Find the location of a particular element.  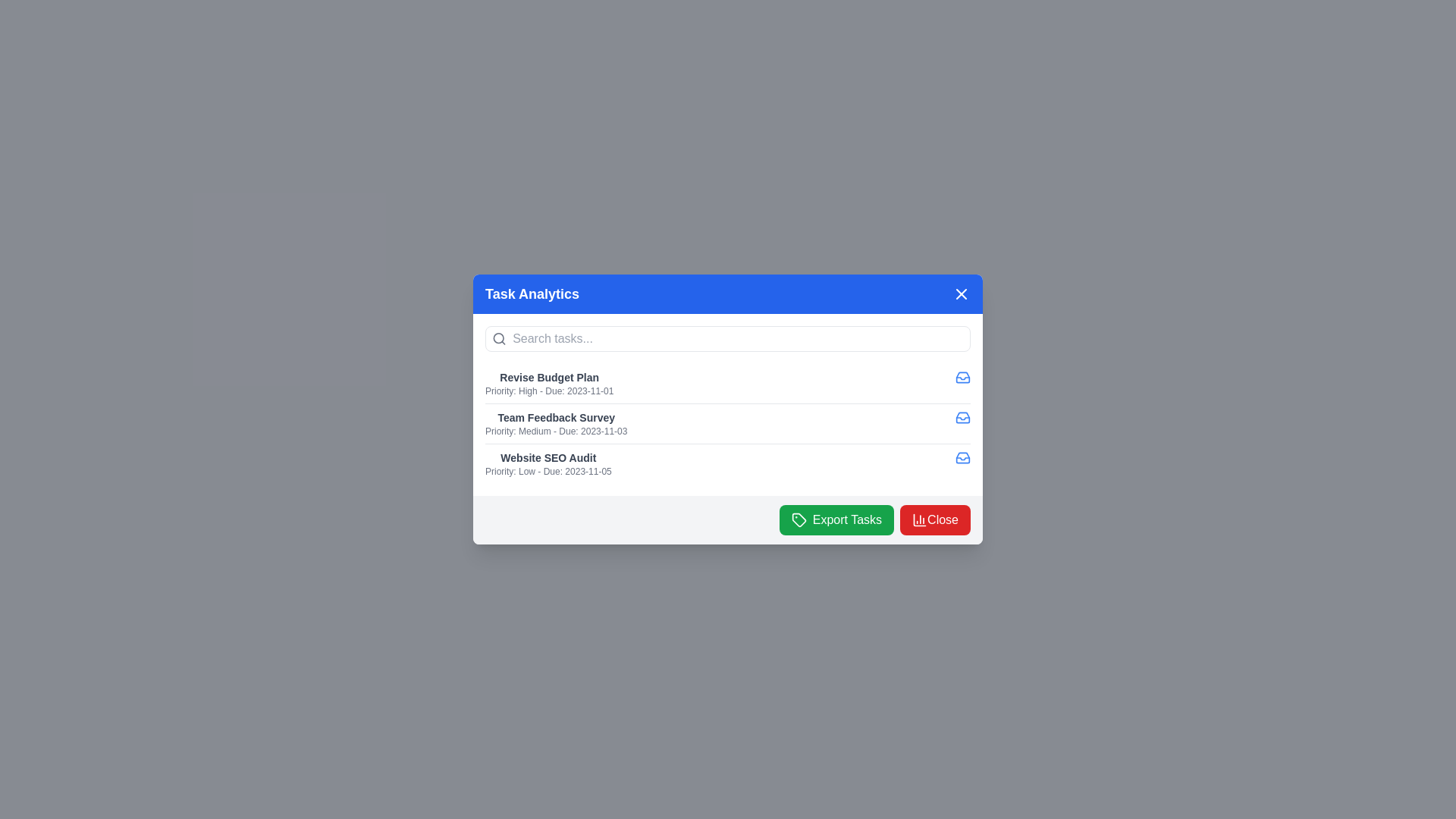

the text label providing priority level ('High') and due date ('2023-11-01') for the task titled 'Revise Budget Plan', located beneath the title in the first task row of the Task Analytics dialog box is located at coordinates (548, 391).